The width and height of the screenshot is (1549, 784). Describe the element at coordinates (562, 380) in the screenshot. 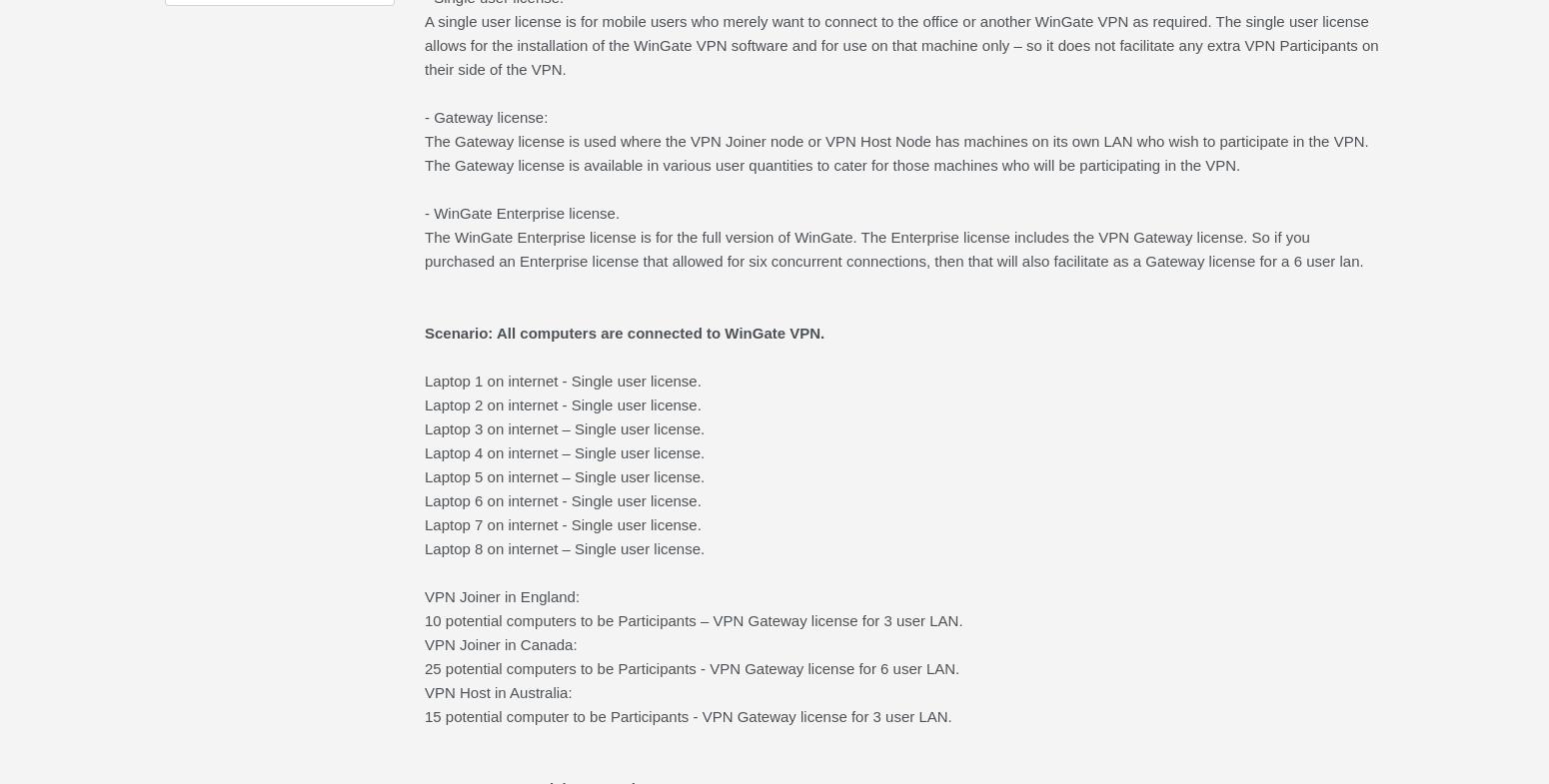

I see `'Laptop 1 on internet - Single user license.'` at that location.